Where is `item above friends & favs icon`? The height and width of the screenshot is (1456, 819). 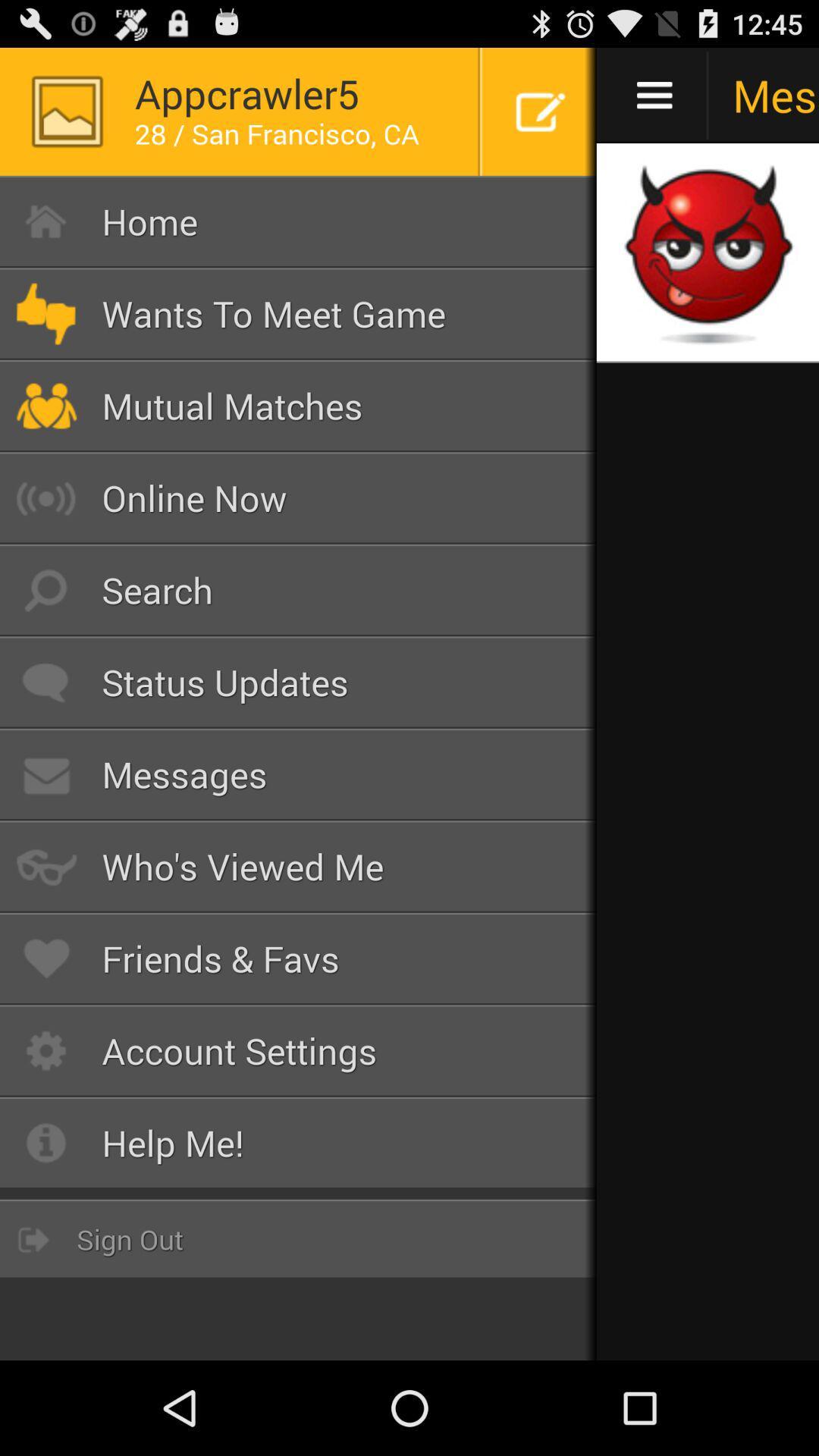
item above friends & favs icon is located at coordinates (298, 866).